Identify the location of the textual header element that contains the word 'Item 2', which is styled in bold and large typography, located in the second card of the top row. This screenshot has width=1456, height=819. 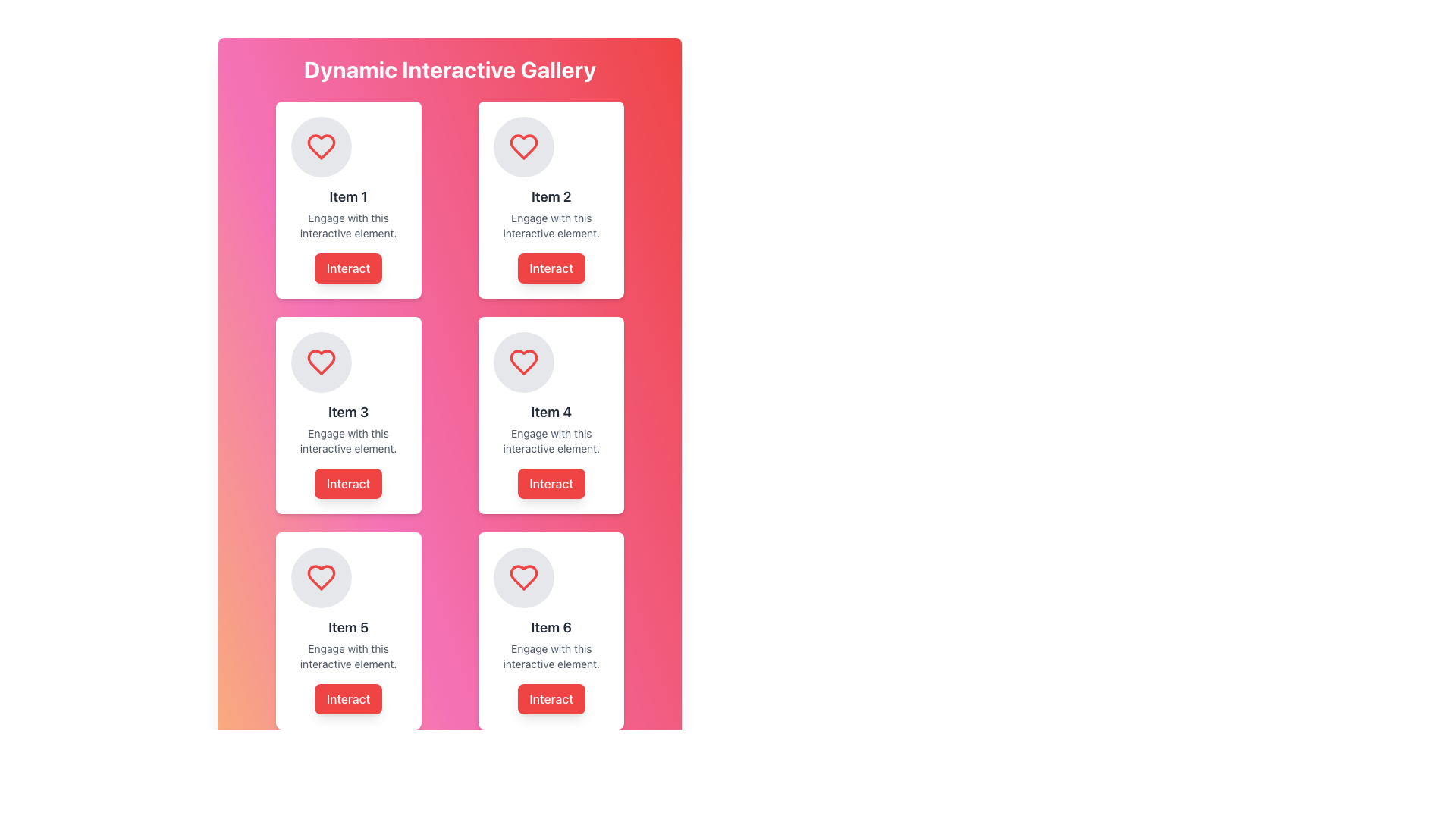
(551, 196).